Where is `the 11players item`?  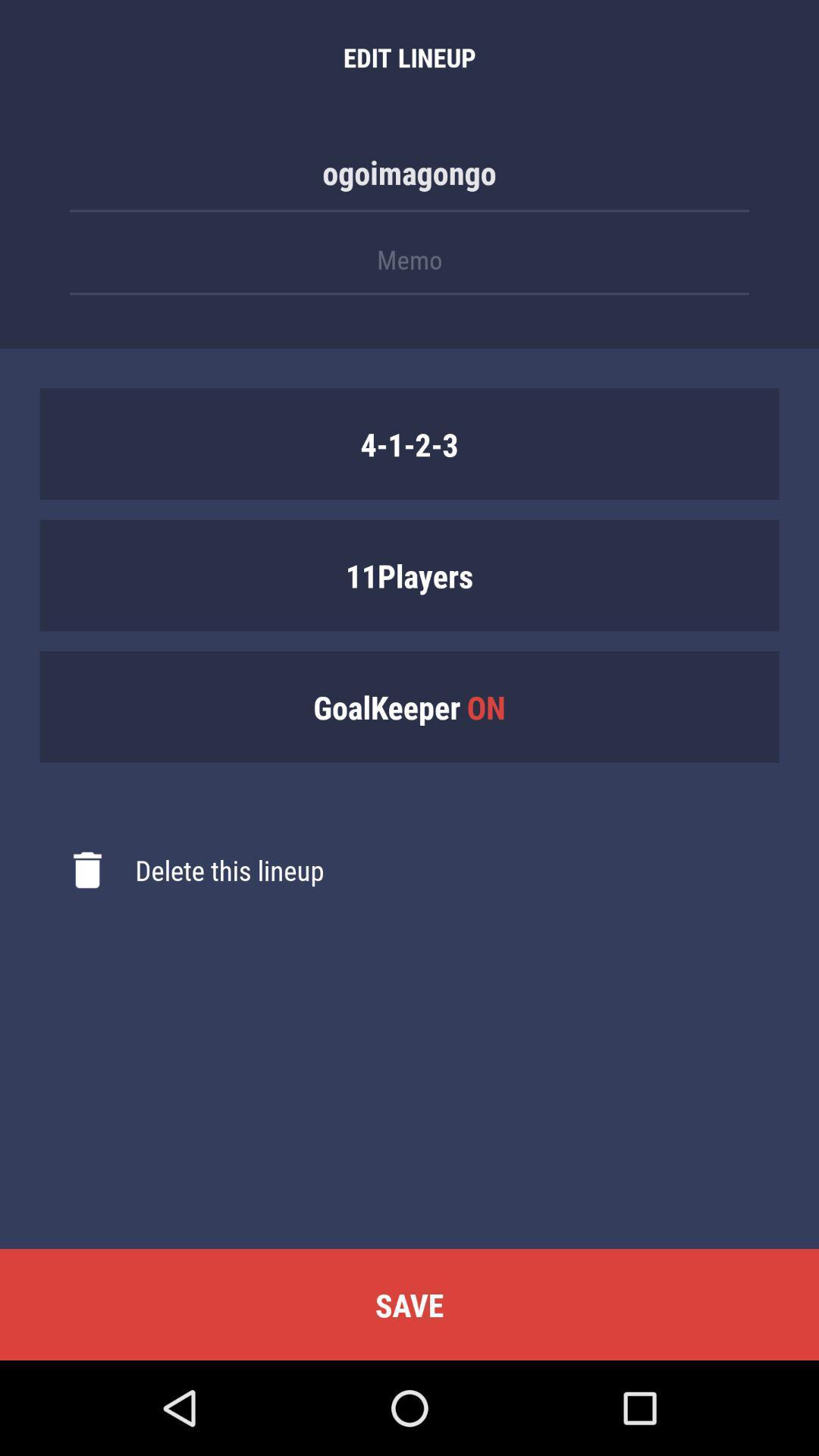
the 11players item is located at coordinates (409, 574).